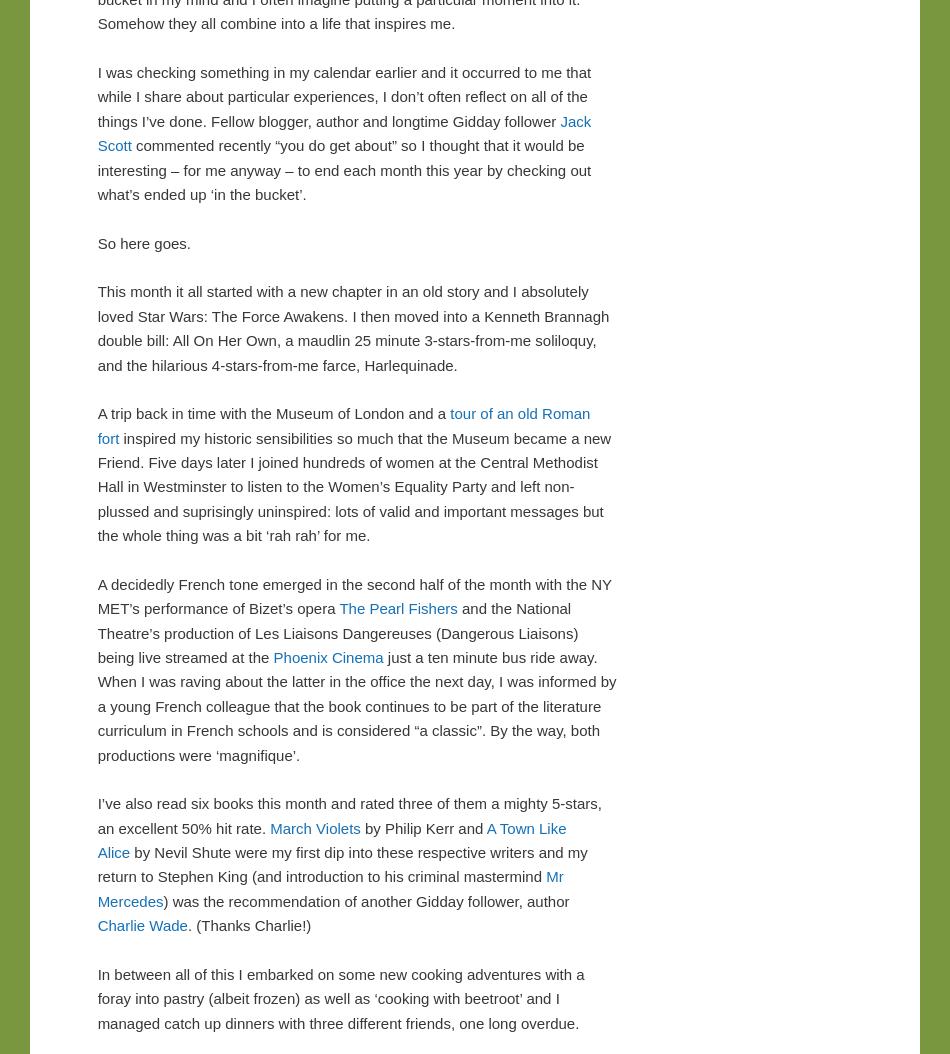 Image resolution: width=950 pixels, height=1054 pixels. What do you see at coordinates (327, 657) in the screenshot?
I see `'Phoenix Cinema'` at bounding box center [327, 657].